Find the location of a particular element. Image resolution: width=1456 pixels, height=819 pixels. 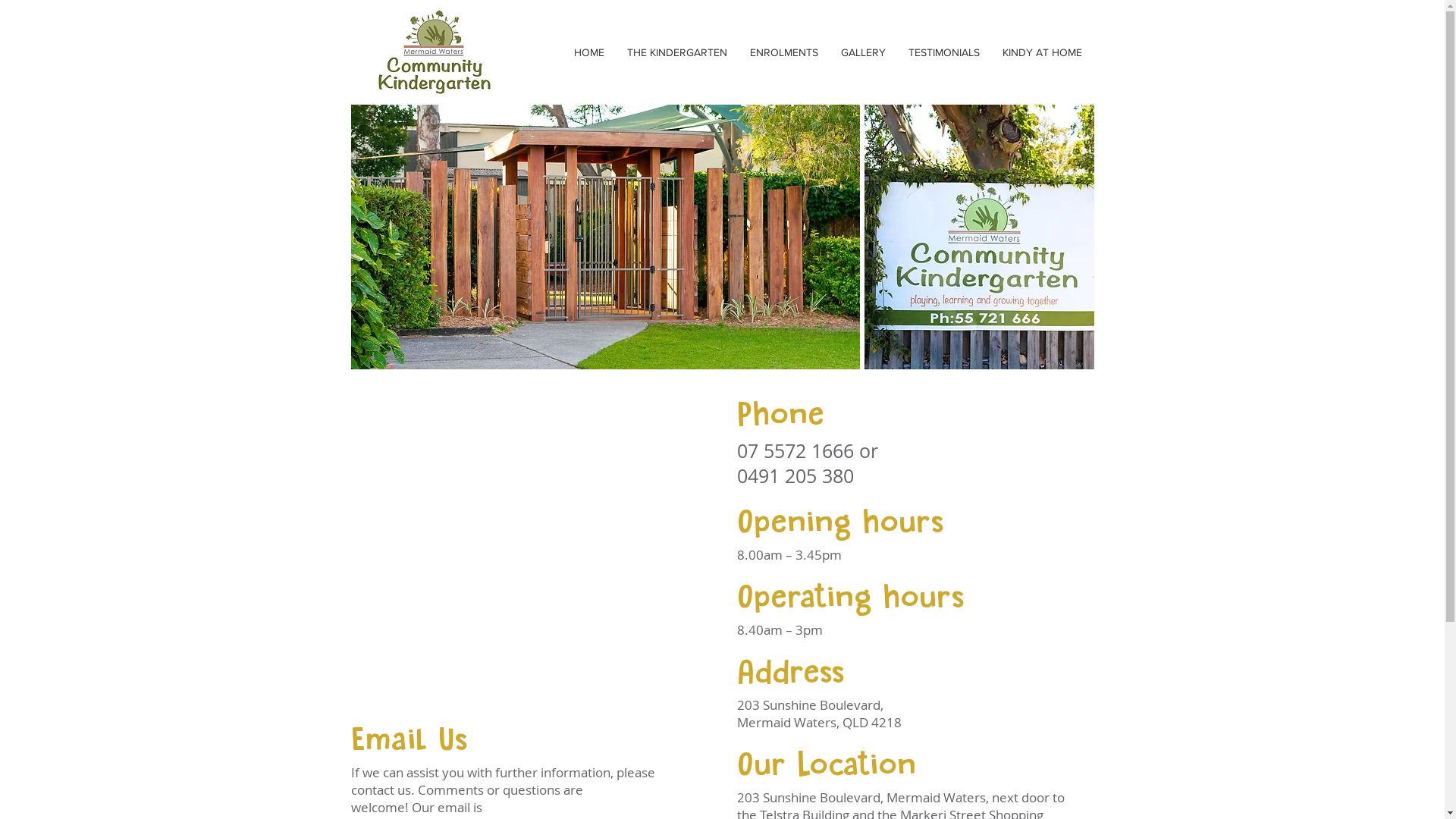

'GALLERY' is located at coordinates (863, 52).